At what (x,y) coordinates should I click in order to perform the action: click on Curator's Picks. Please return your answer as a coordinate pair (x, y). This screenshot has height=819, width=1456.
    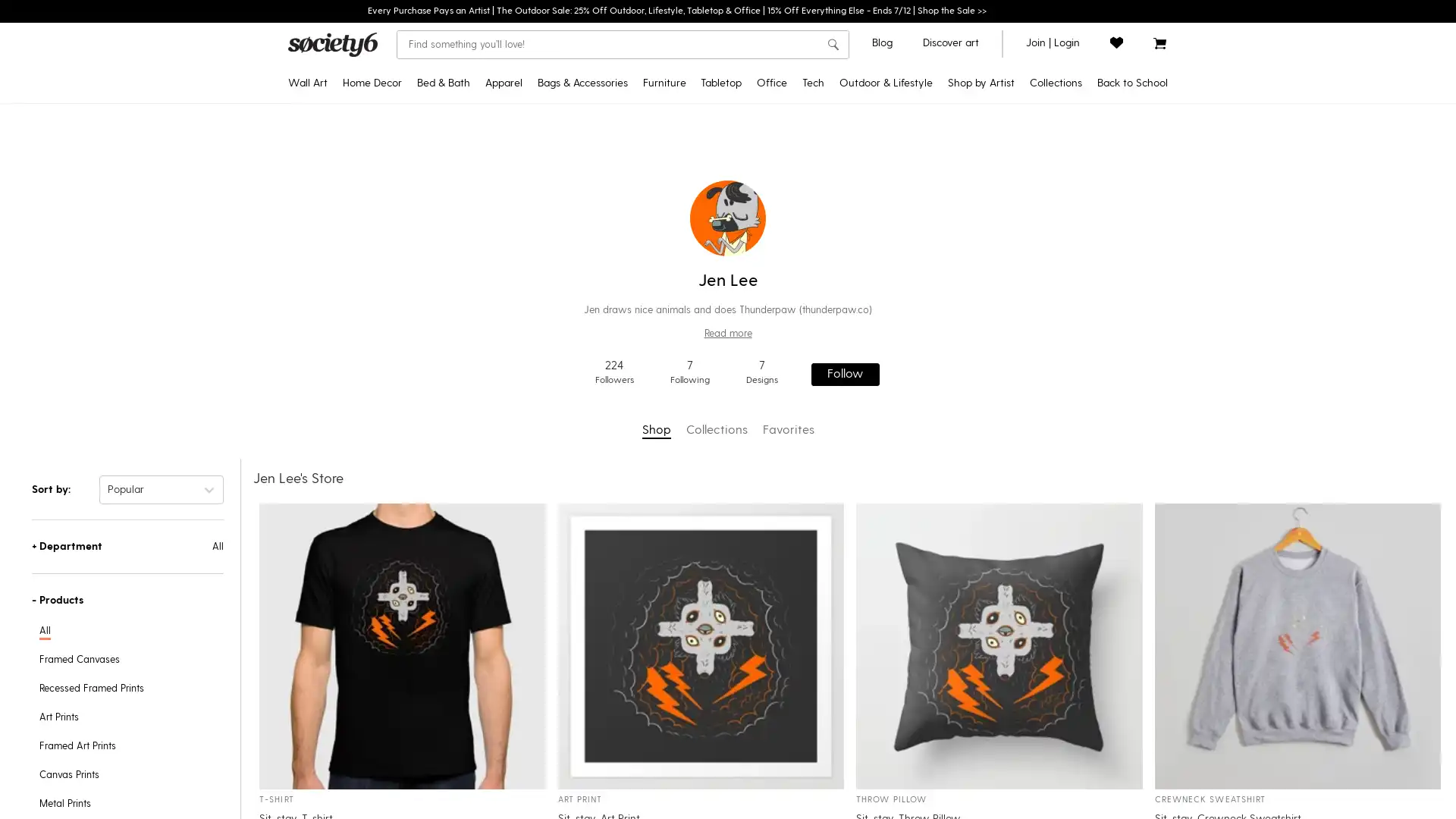
    Looking at the image, I should click on (940, 366).